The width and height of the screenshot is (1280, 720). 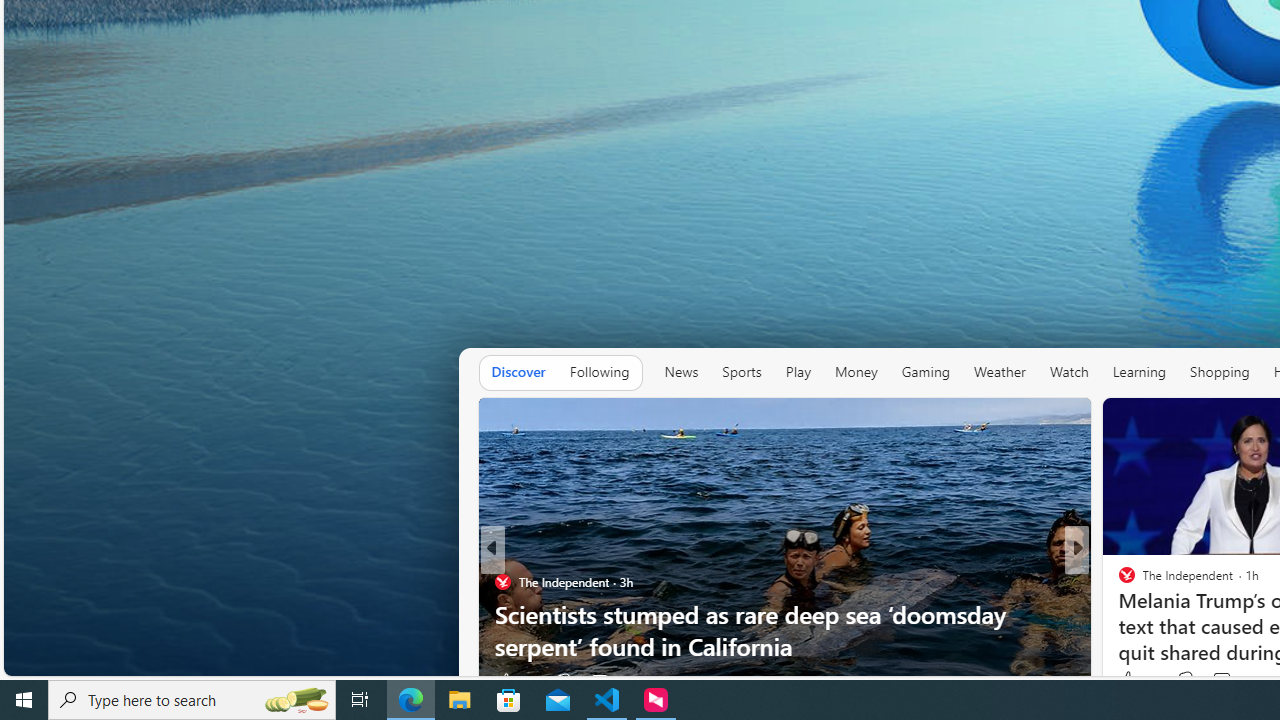 What do you see at coordinates (1223, 680) in the screenshot?
I see `'View comments 58 Comment'` at bounding box center [1223, 680].